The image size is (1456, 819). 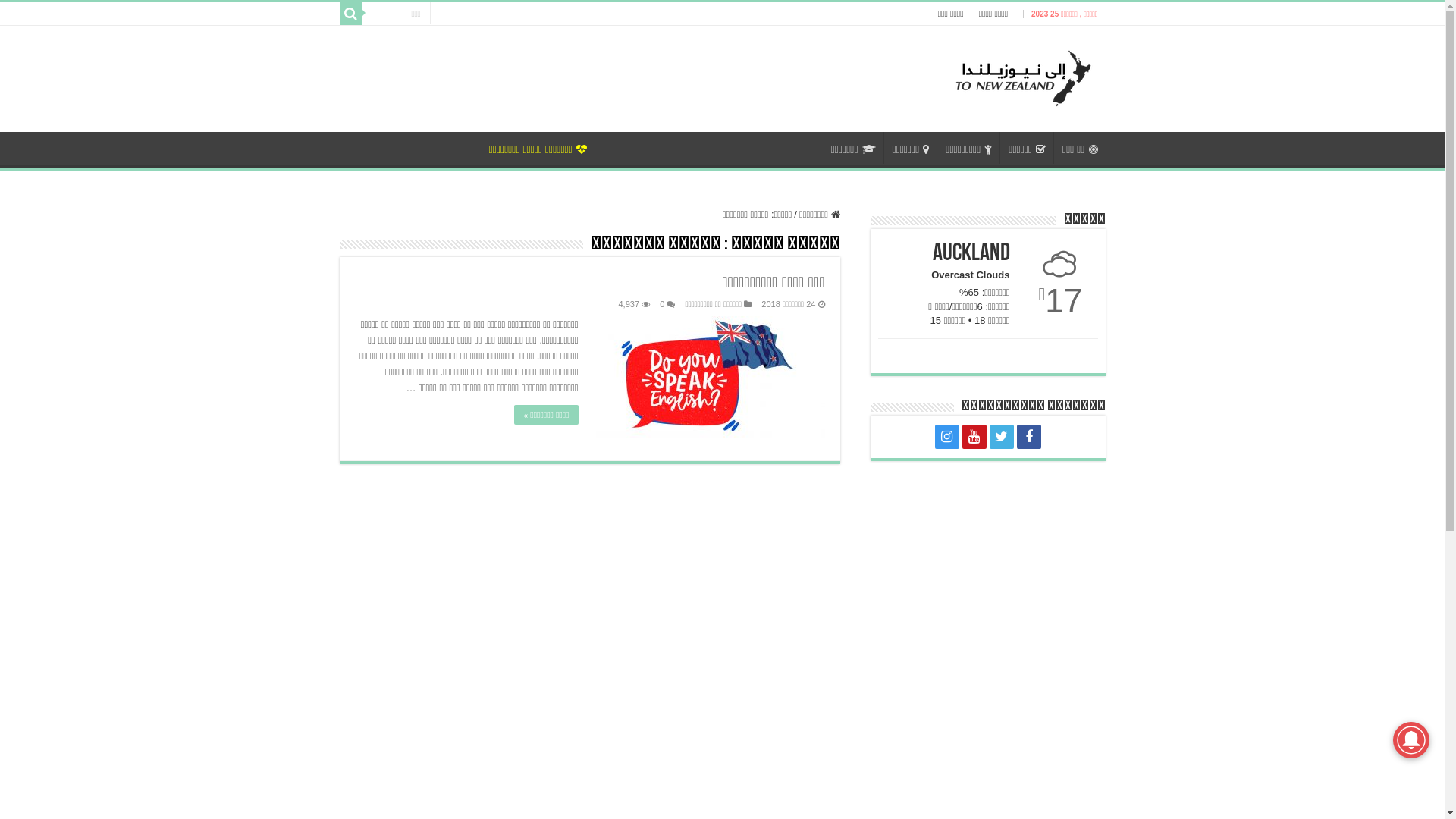 I want to click on 'Youtube', so click(x=973, y=436).